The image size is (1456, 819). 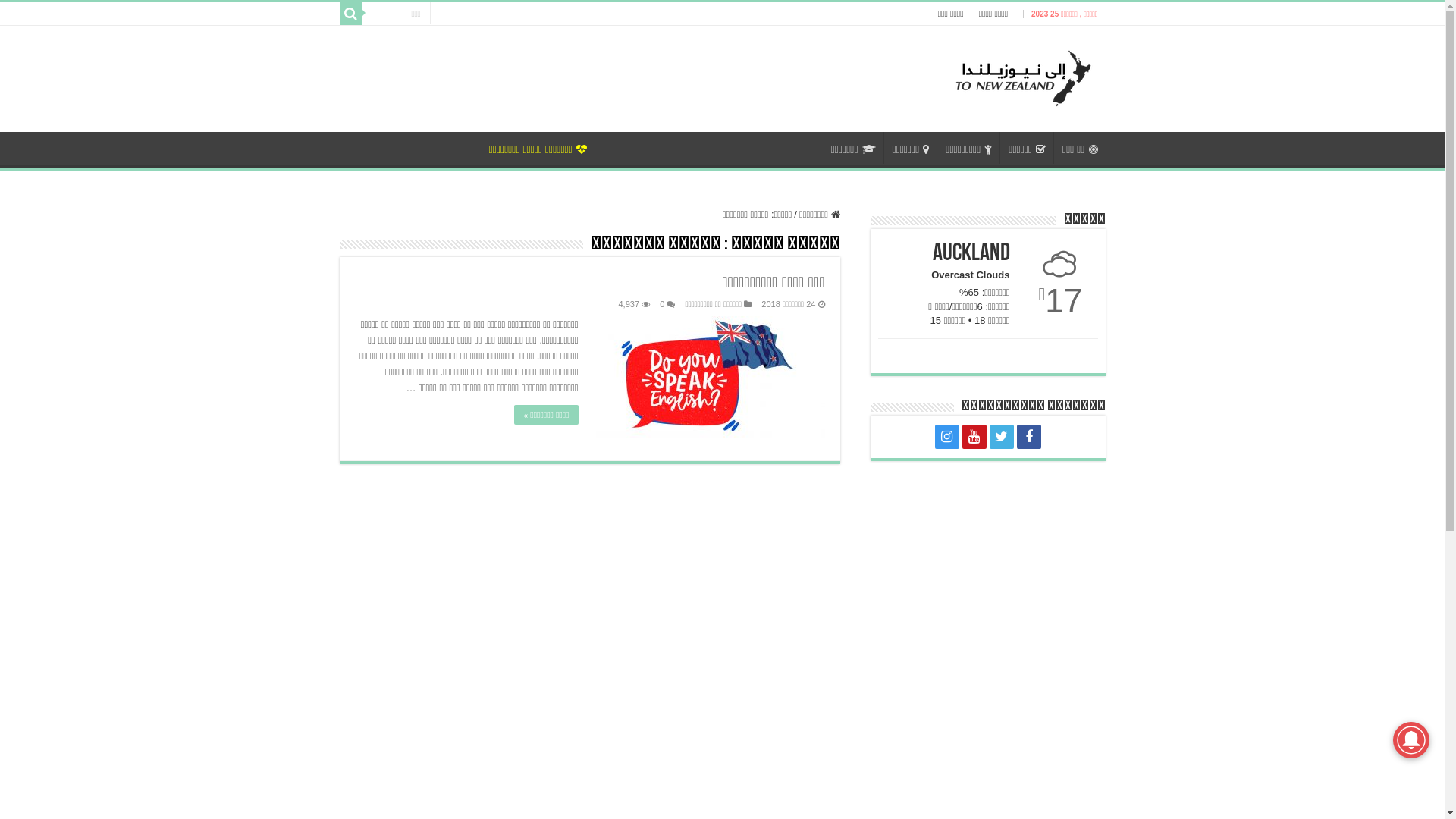 I want to click on 'Youtube', so click(x=973, y=436).